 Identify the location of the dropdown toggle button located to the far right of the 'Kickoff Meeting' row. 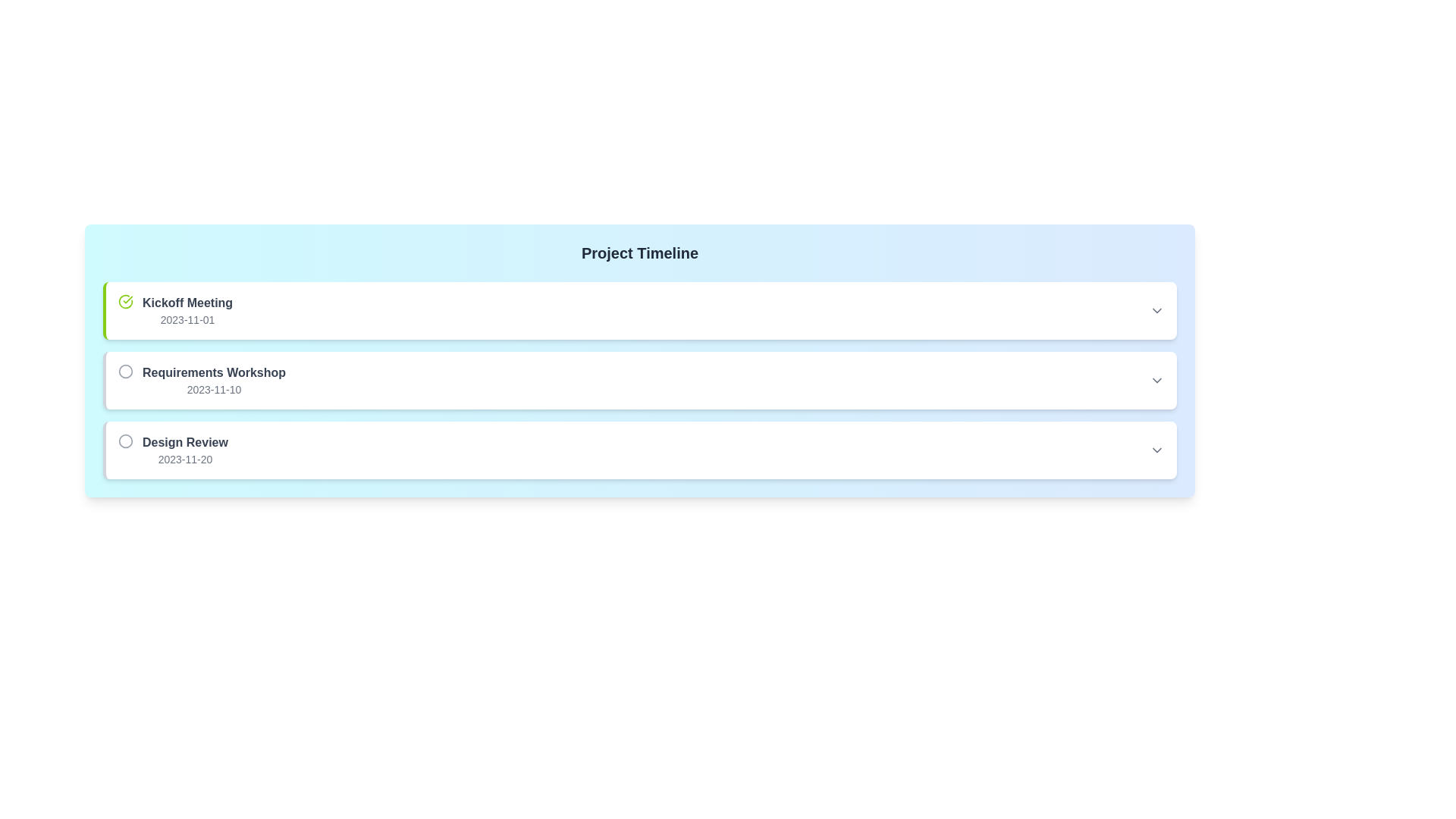
(1156, 309).